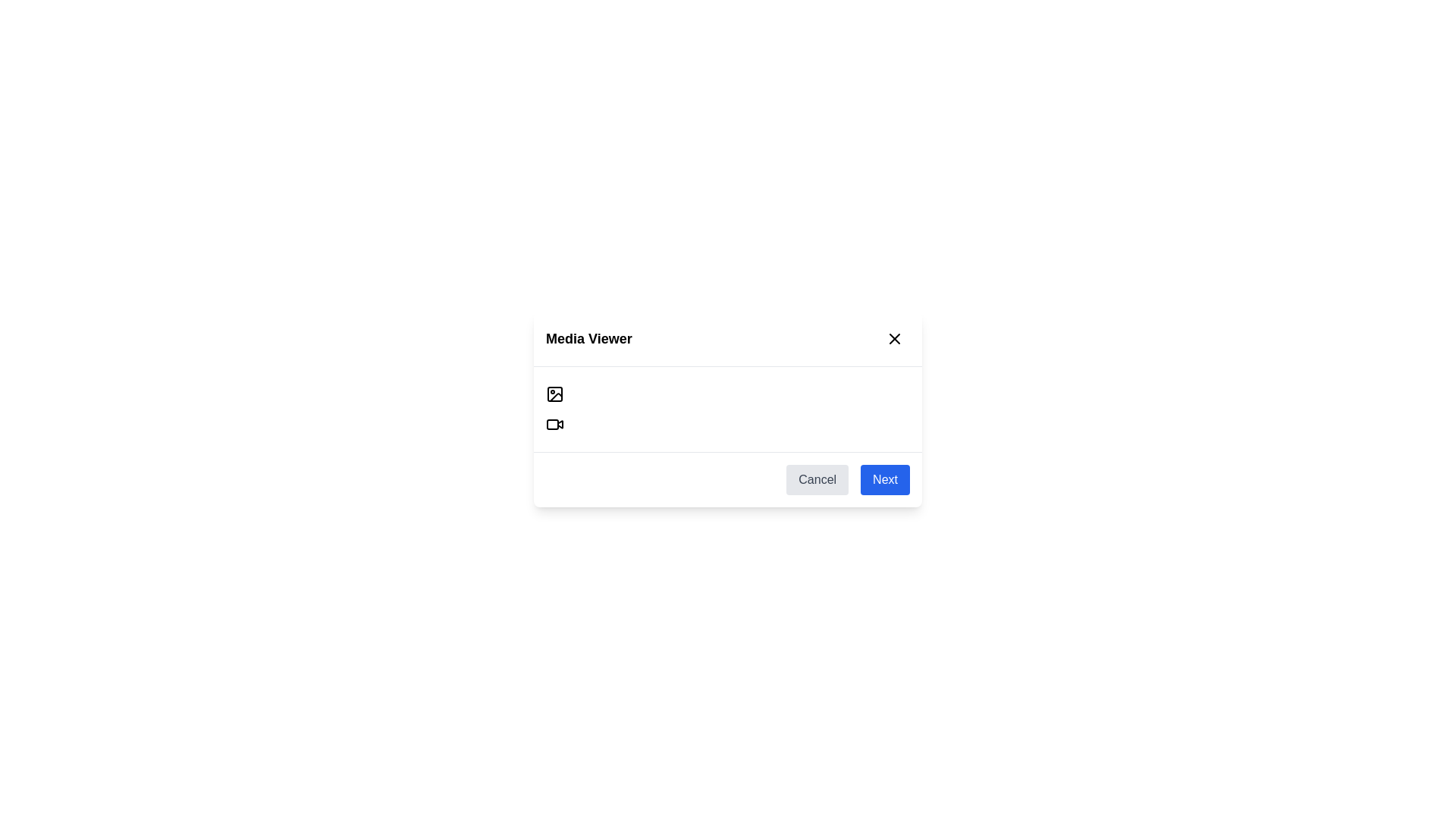 Image resolution: width=1456 pixels, height=819 pixels. What do you see at coordinates (895, 338) in the screenshot?
I see `the close button located at the top-right corner of the 'Media Viewer' modal` at bounding box center [895, 338].